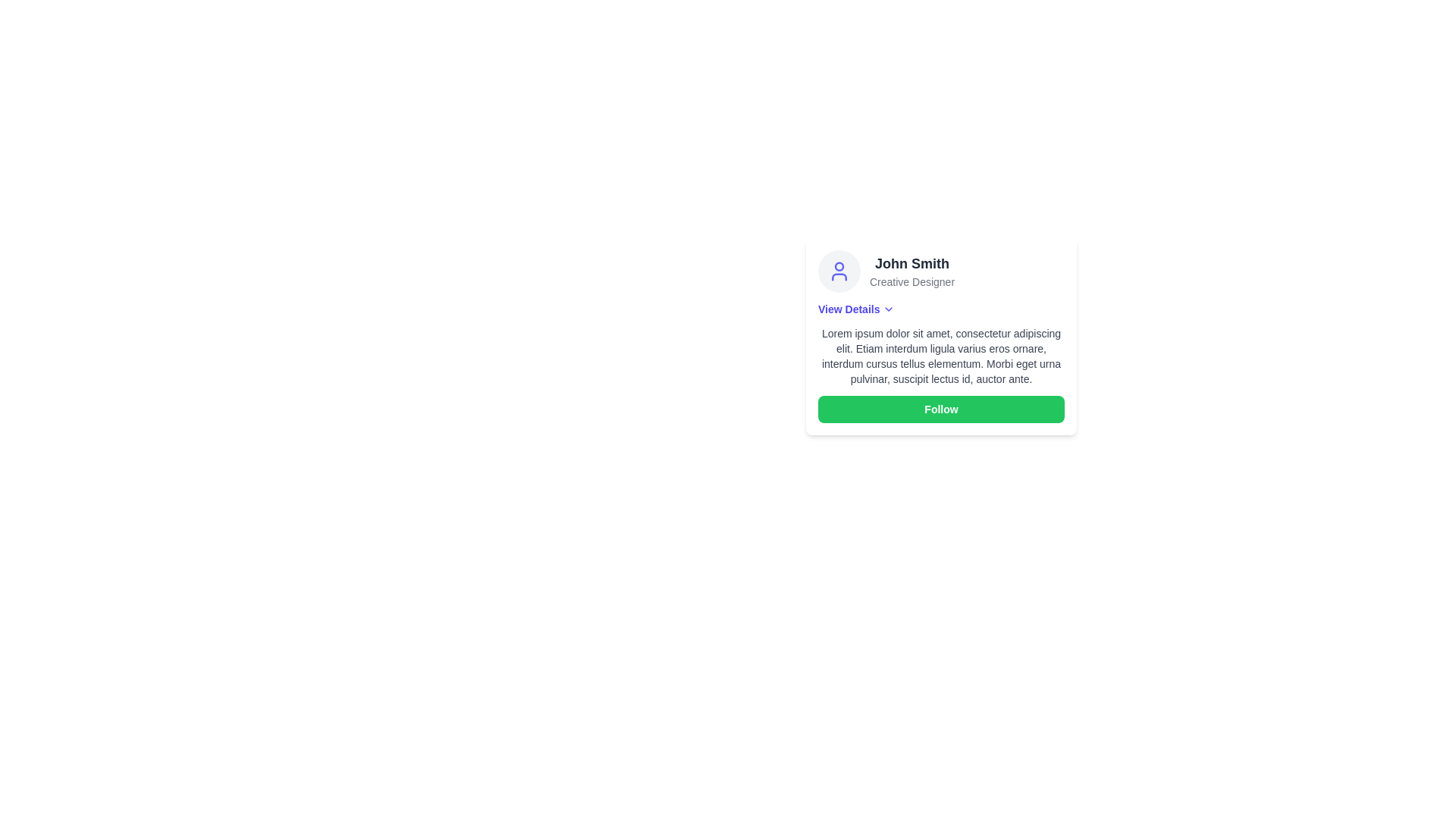 The height and width of the screenshot is (819, 1456). I want to click on the text element displaying 'Creative Designer', which is styled in smaller size and gray color, positioned below 'John Smith', so click(912, 281).